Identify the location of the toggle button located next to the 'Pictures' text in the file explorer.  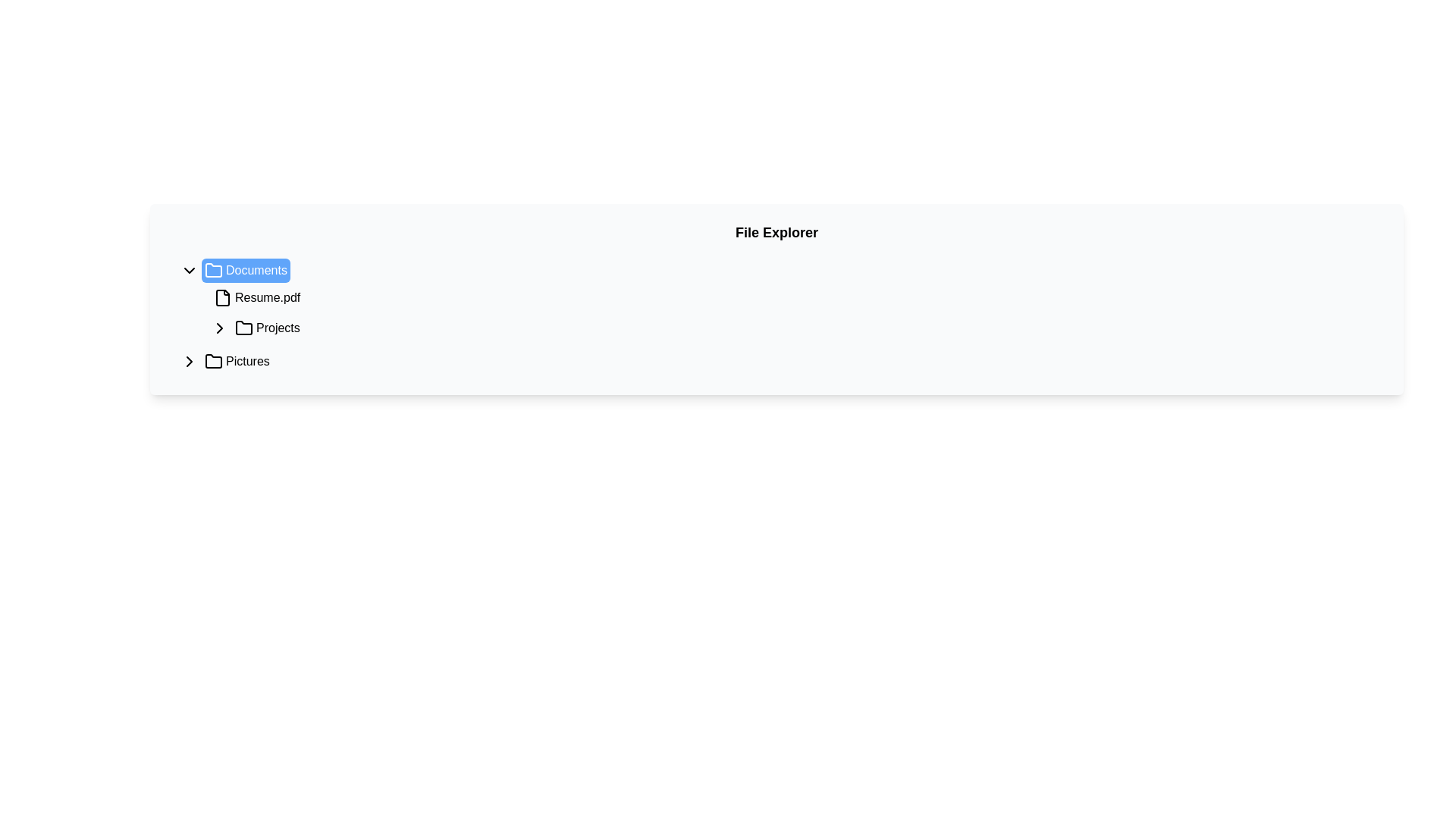
(188, 362).